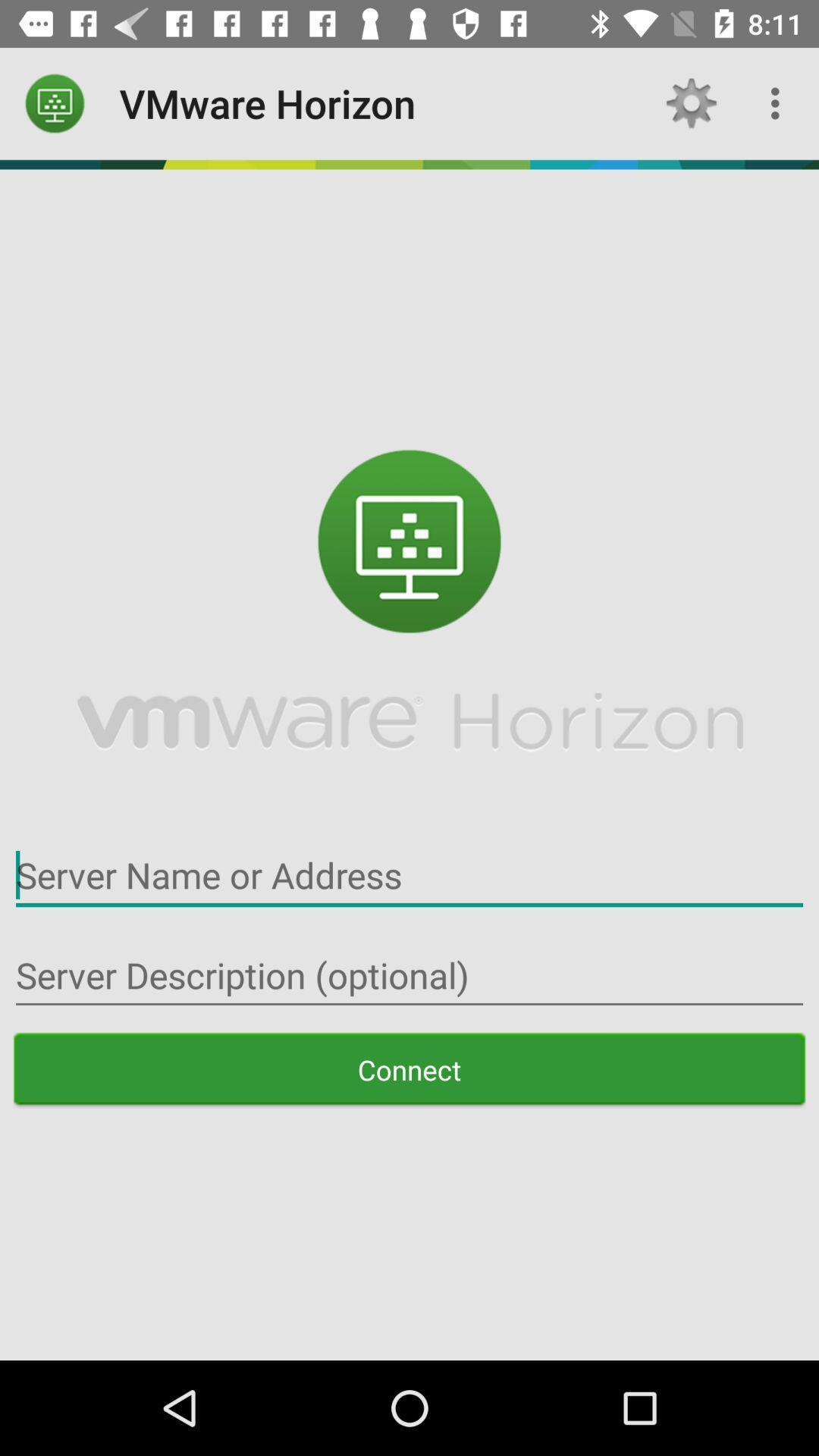  I want to click on space to enter description, so click(409, 975).